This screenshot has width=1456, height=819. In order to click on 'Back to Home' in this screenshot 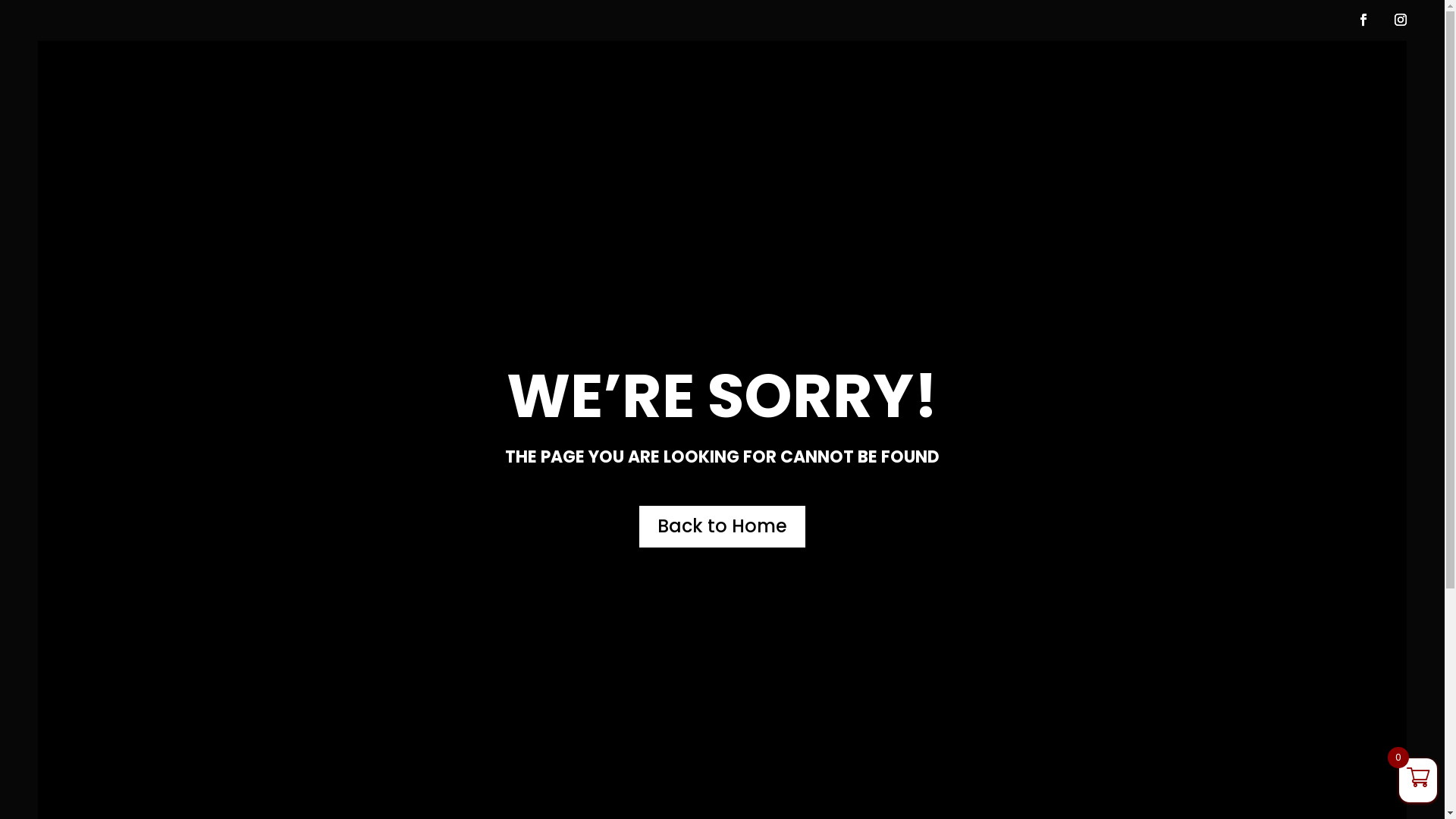, I will do `click(721, 526)`.